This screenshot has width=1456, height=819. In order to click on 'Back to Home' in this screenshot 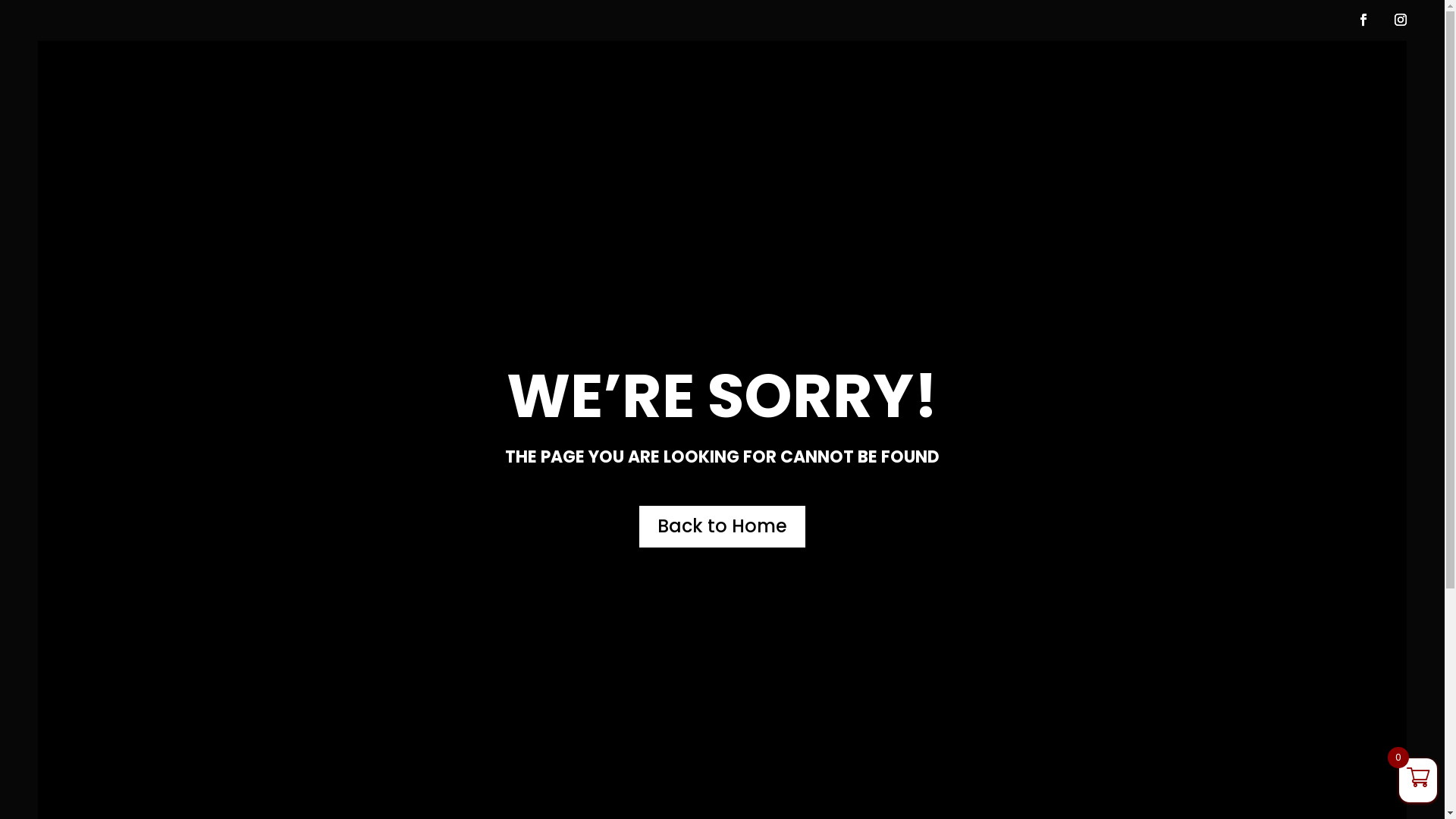, I will do `click(721, 526)`.